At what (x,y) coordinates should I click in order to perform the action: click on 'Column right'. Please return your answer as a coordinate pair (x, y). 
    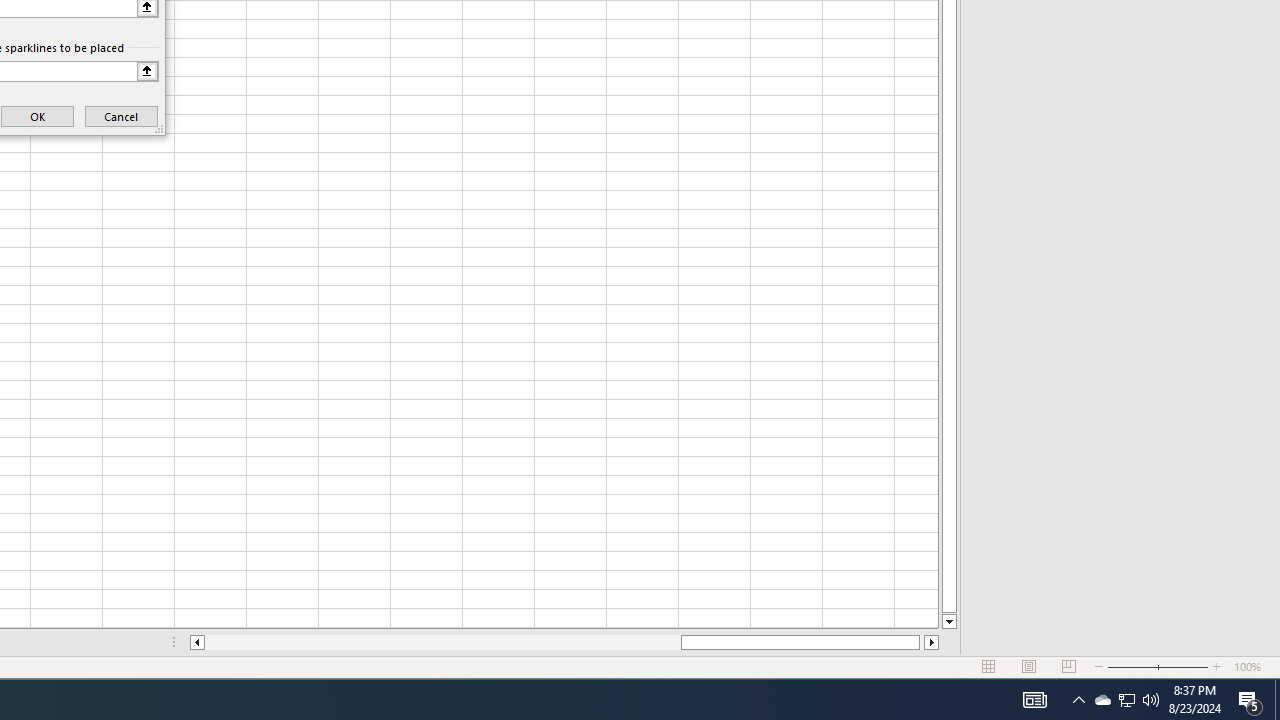
    Looking at the image, I should click on (931, 642).